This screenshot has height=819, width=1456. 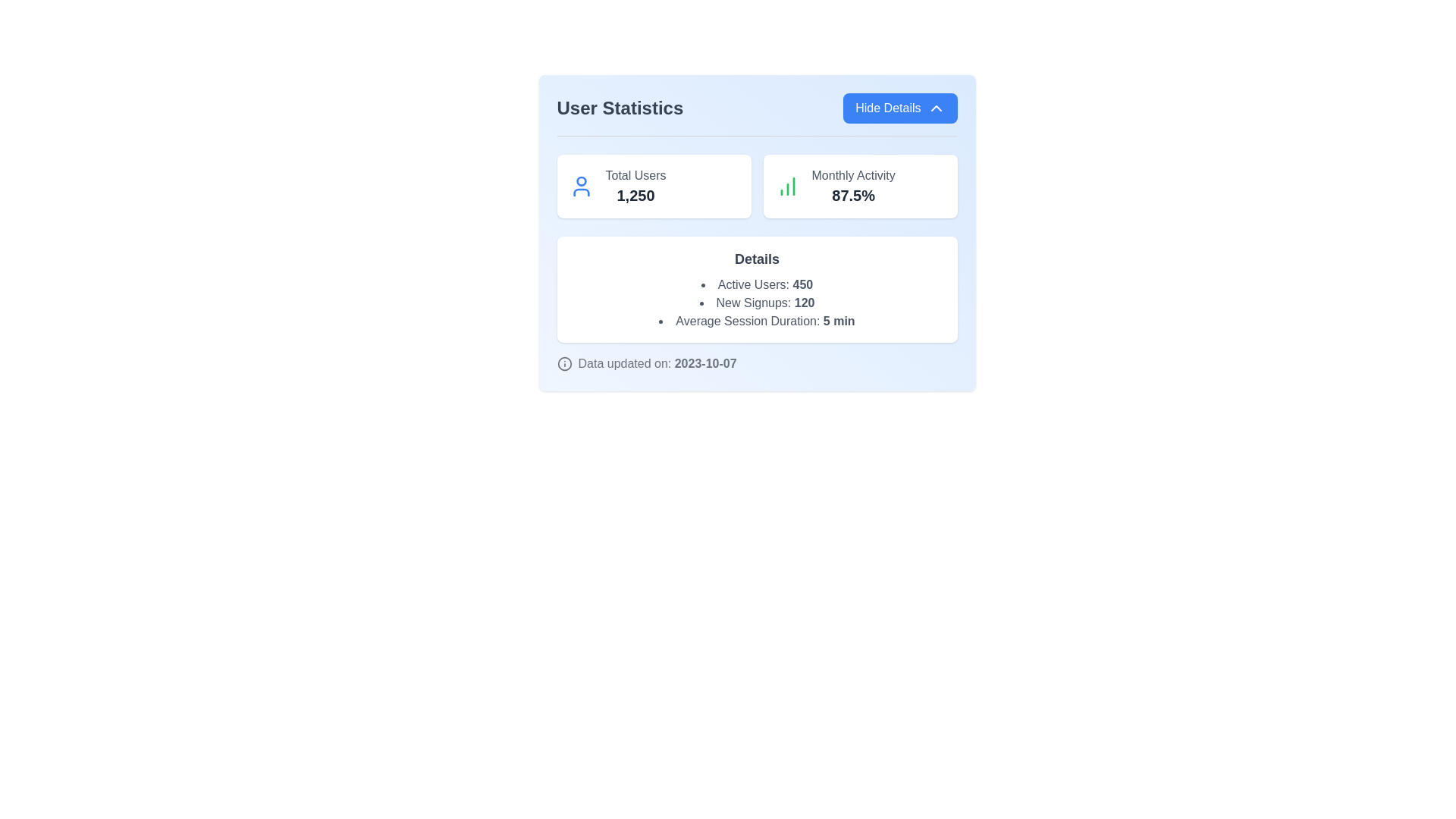 What do you see at coordinates (787, 186) in the screenshot?
I see `the green column chart SVG icon representing the 'Monthly Activity' with a percentage value of '87.5%', located below the 'Hide Details' button and to the right of the 'Total Users' section` at bounding box center [787, 186].